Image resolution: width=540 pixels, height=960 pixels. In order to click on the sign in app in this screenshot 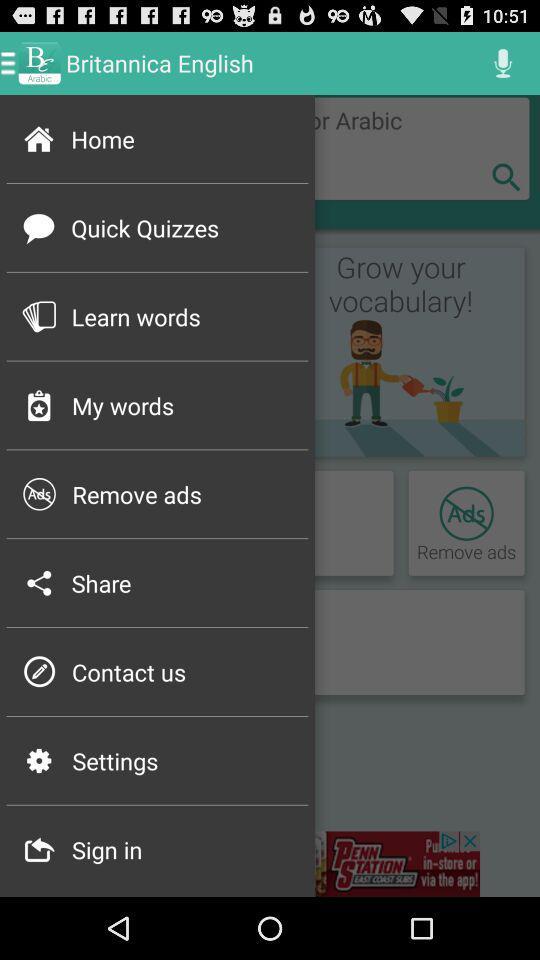, I will do `click(183, 848)`.